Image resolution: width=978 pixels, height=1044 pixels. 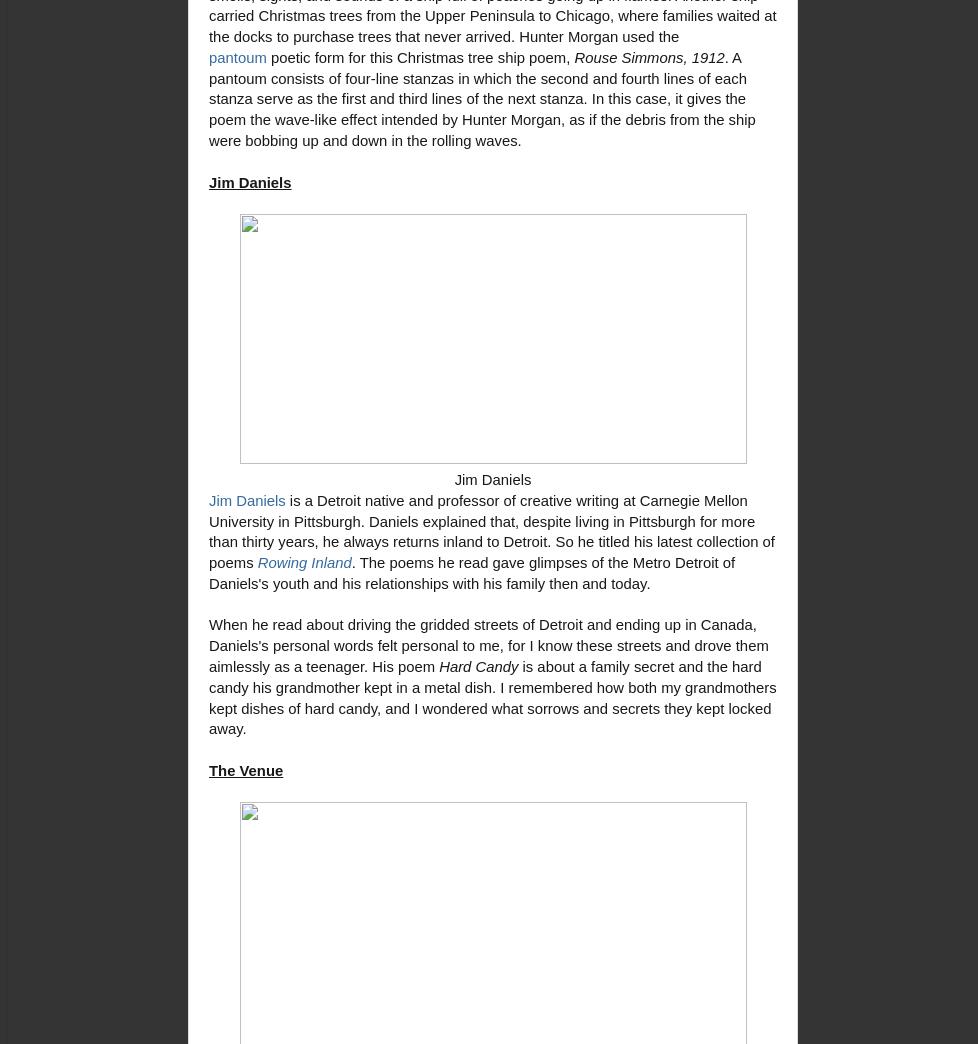 What do you see at coordinates (208, 56) in the screenshot?
I see `'pantoum'` at bounding box center [208, 56].